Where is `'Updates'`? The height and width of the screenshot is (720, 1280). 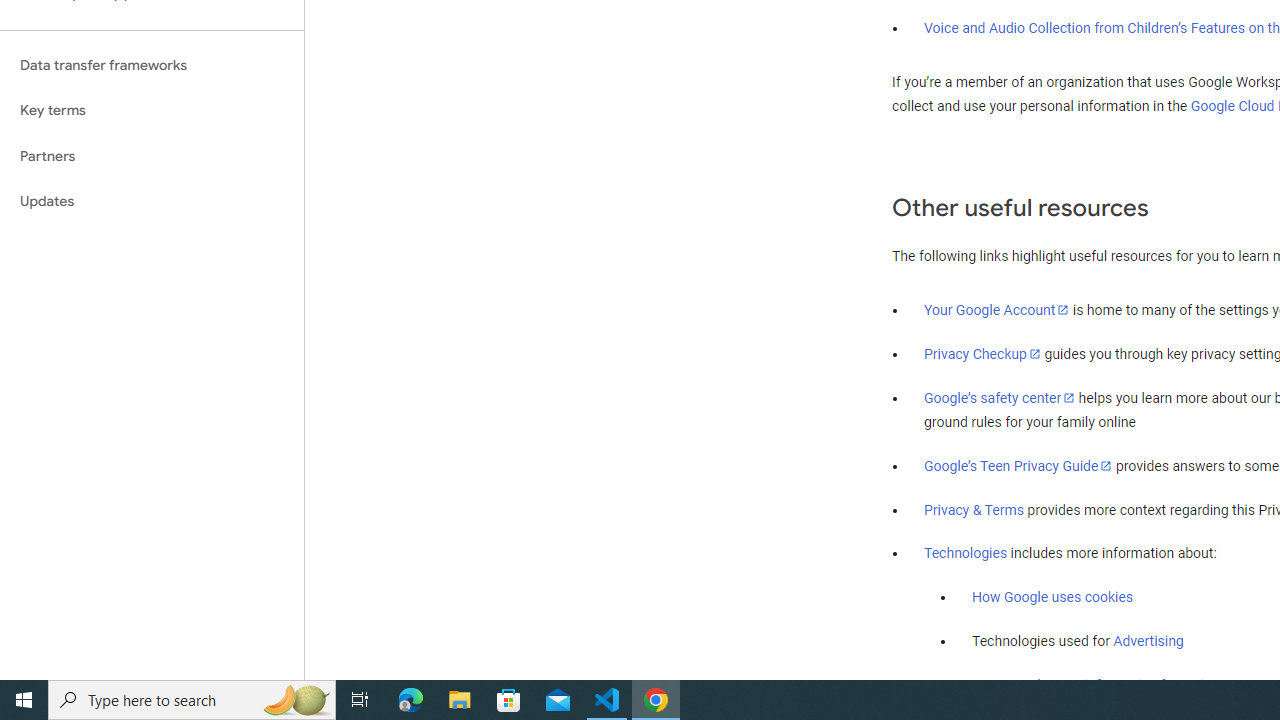 'Updates' is located at coordinates (151, 201).